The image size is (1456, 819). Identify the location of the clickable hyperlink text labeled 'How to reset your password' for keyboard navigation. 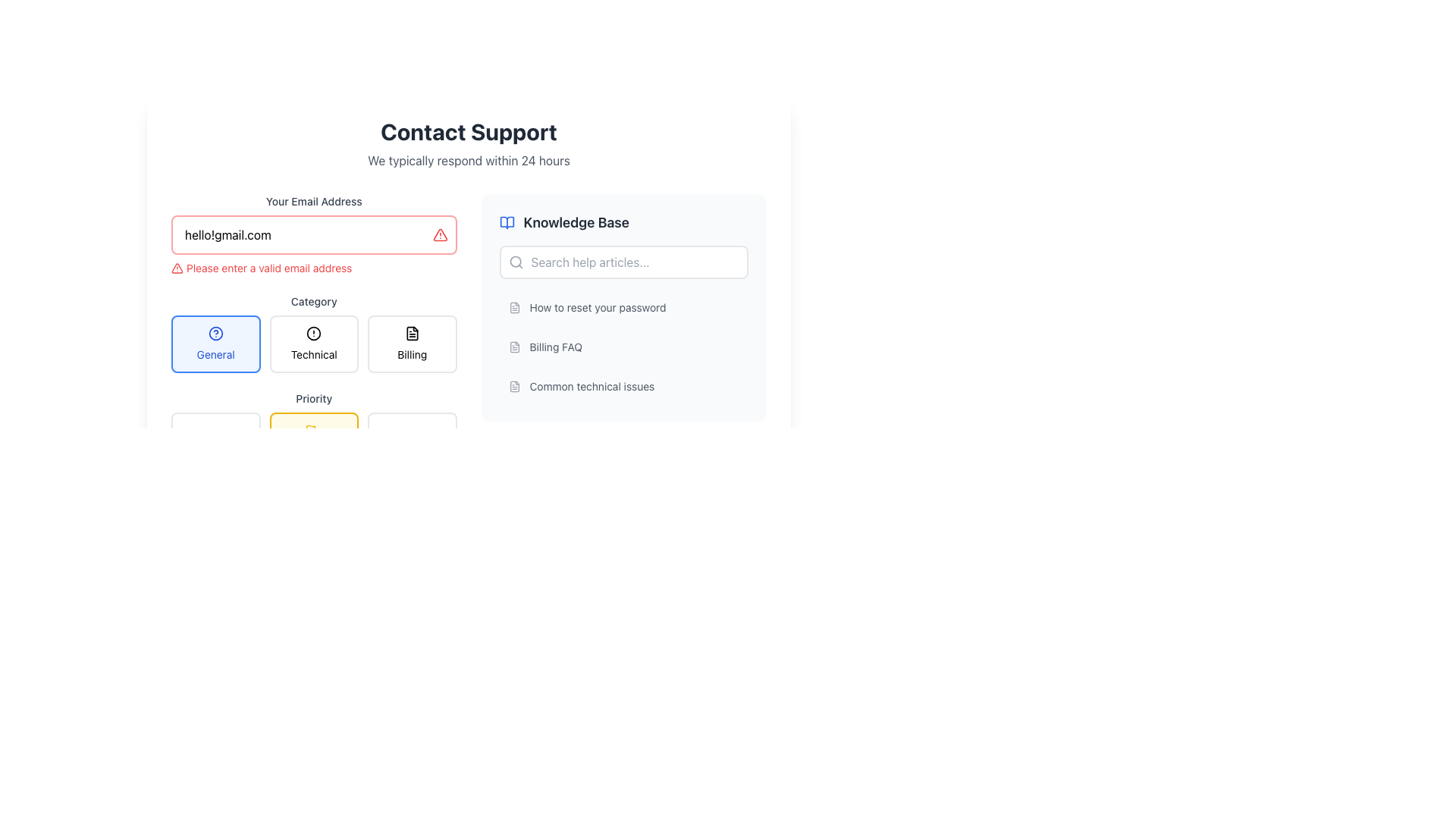
(623, 307).